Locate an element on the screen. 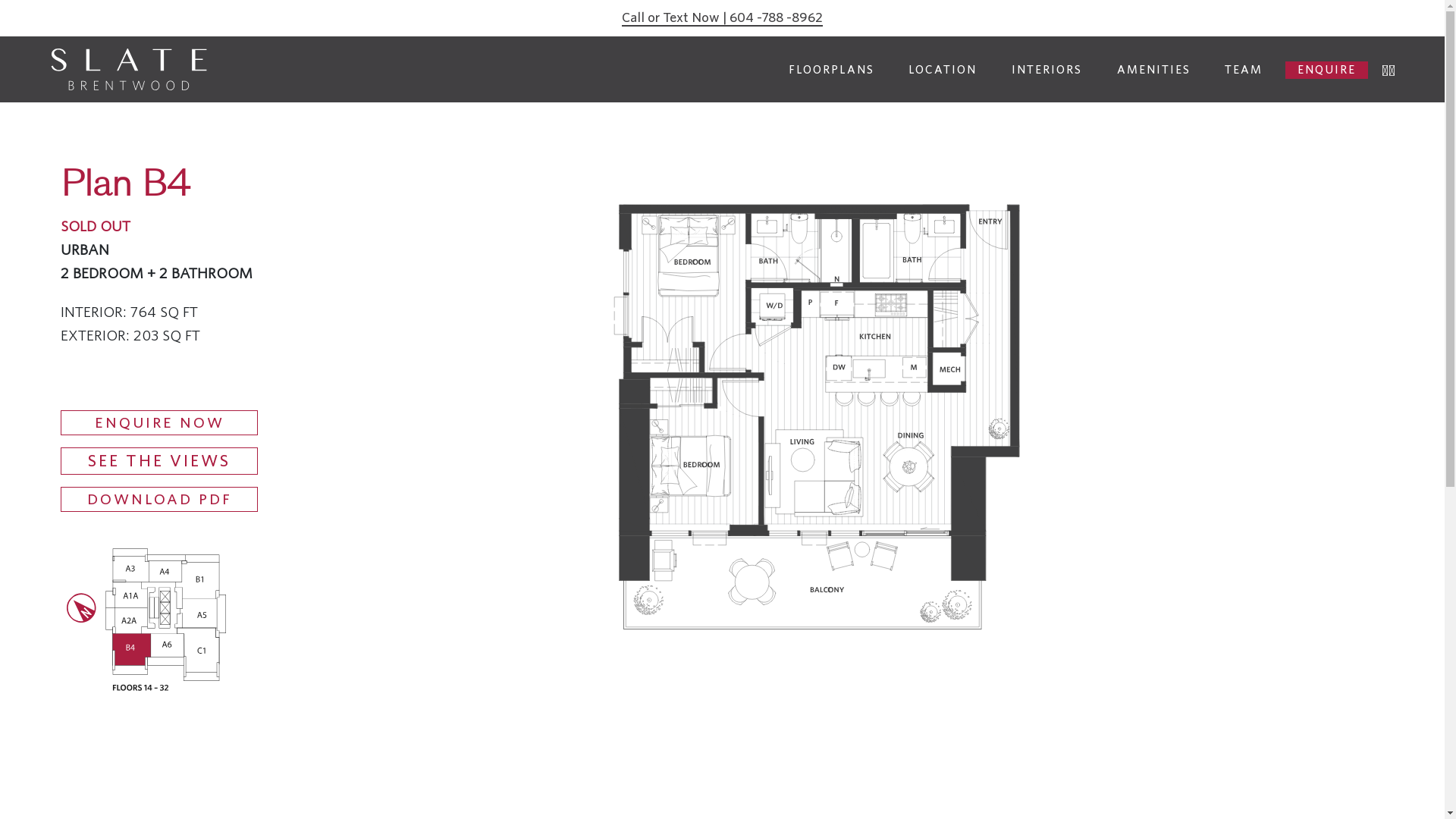  'TEAM' is located at coordinates (1244, 69).